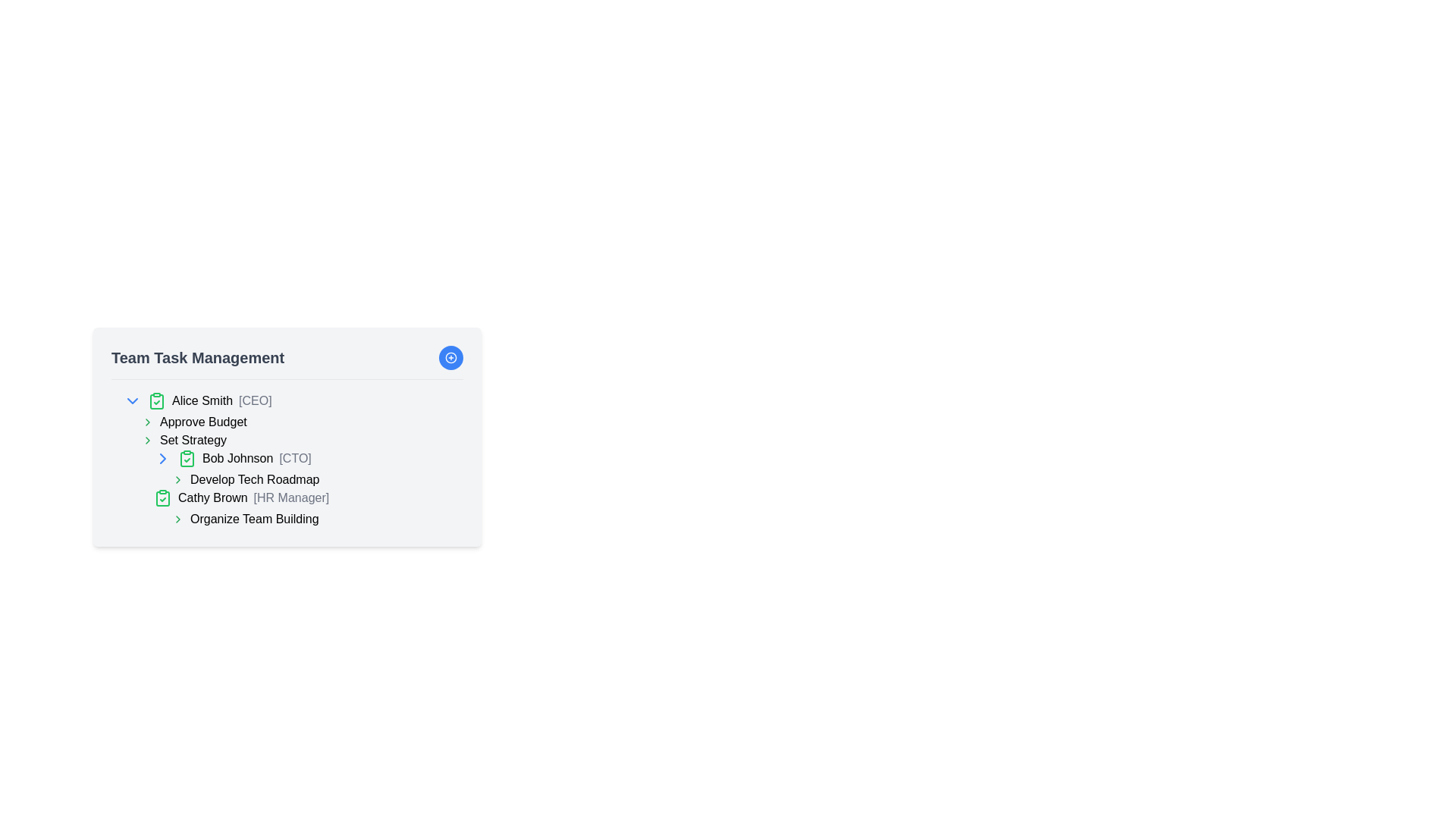 The width and height of the screenshot is (1456, 819). Describe the element at coordinates (308, 497) in the screenshot. I see `the text element displaying 'Cathy Brown [HR Manager]' with an icon of a clipboard and green checkmark, located under 'Bob Johnson [CTO]' in the 'Team Task Management' section` at that location.